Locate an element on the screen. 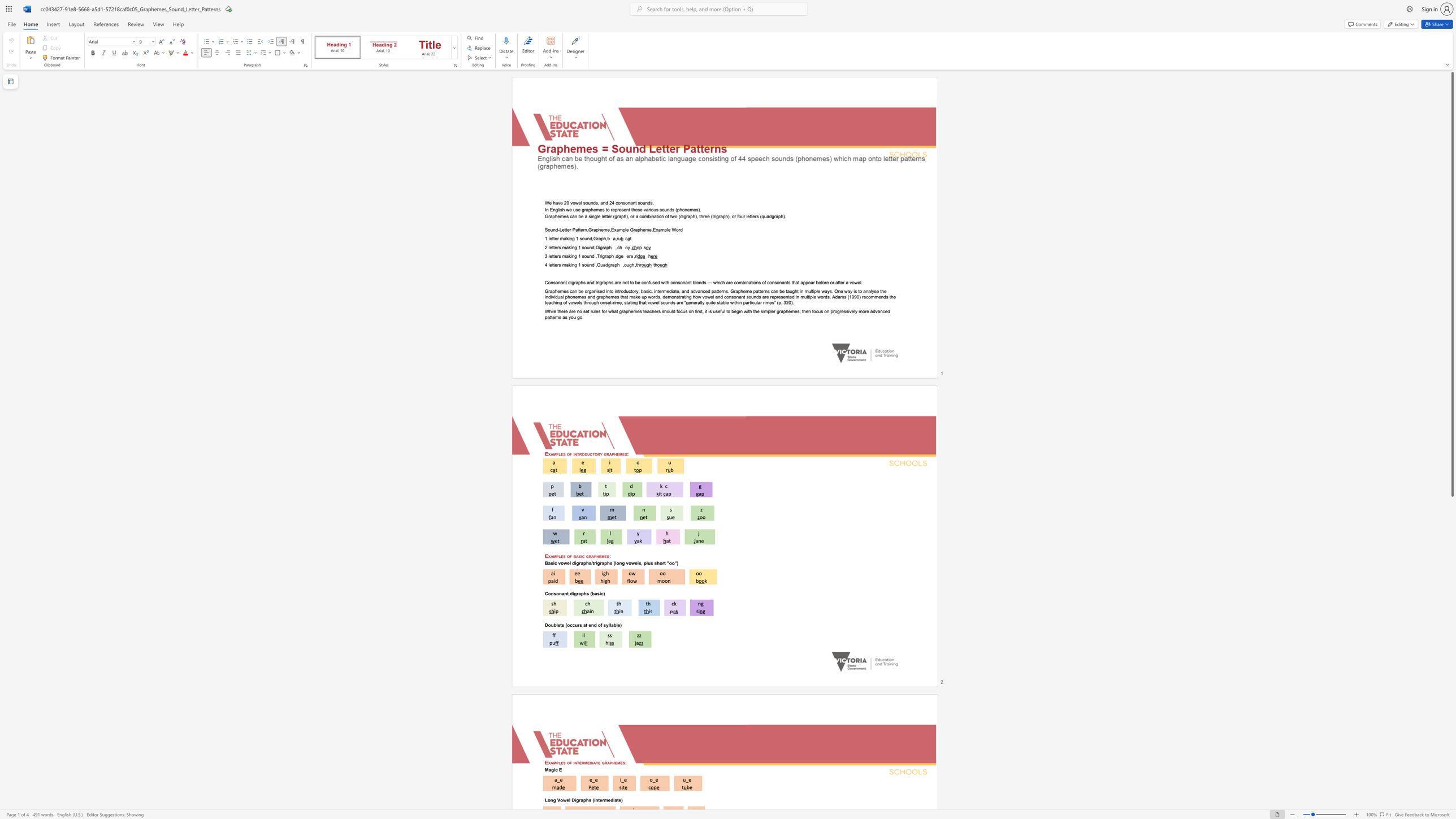 The image size is (1456, 819). the scrollbar to scroll downward is located at coordinates (1451, 708).